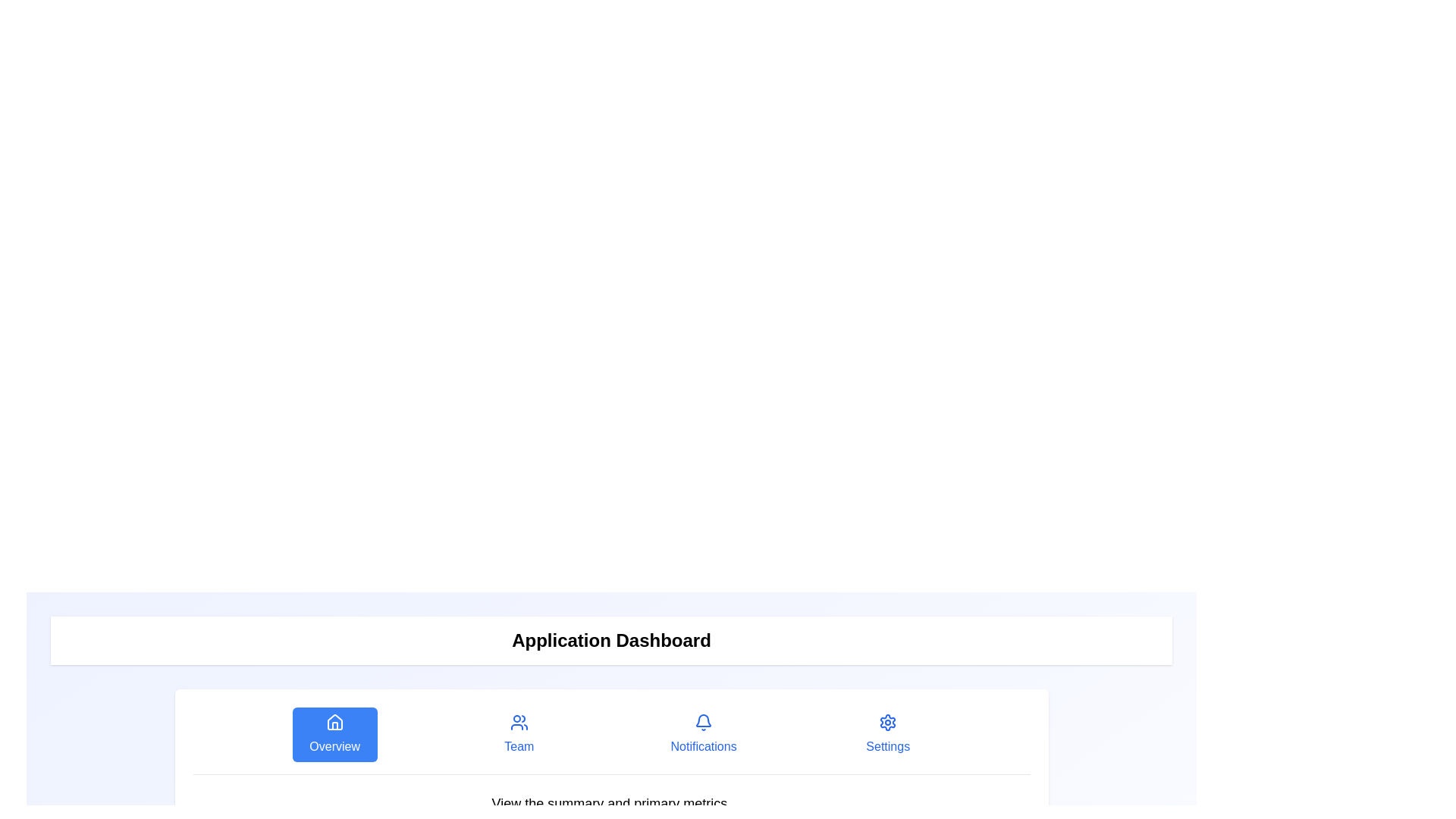 This screenshot has width=1456, height=819. What do you see at coordinates (703, 721) in the screenshot?
I see `the notification icon within the 'Notifications' button in the navigation menu, which is the third option between 'Team' and 'Settings'` at bounding box center [703, 721].